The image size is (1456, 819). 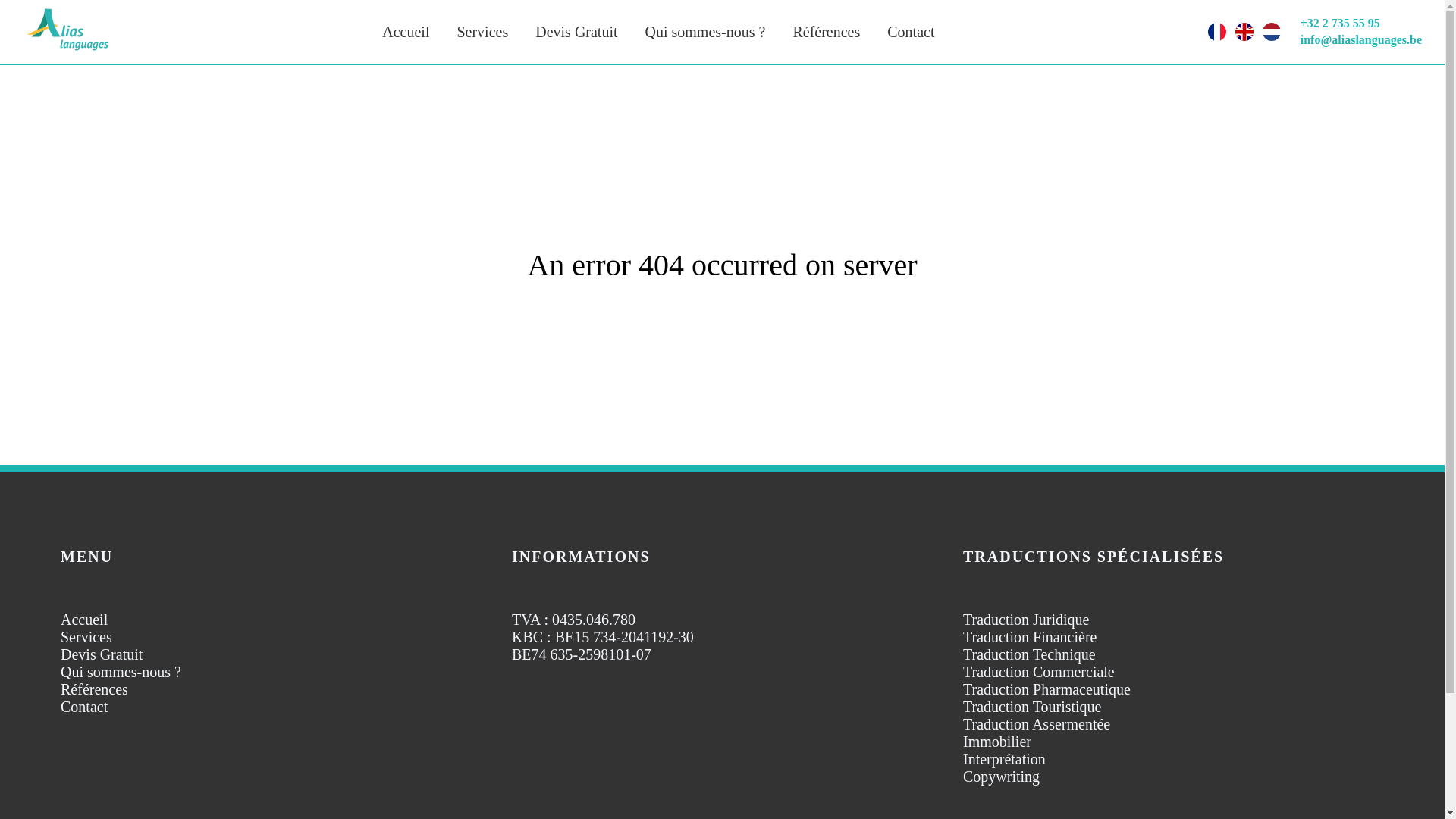 I want to click on 'Traduction Touristique', so click(x=1031, y=707).